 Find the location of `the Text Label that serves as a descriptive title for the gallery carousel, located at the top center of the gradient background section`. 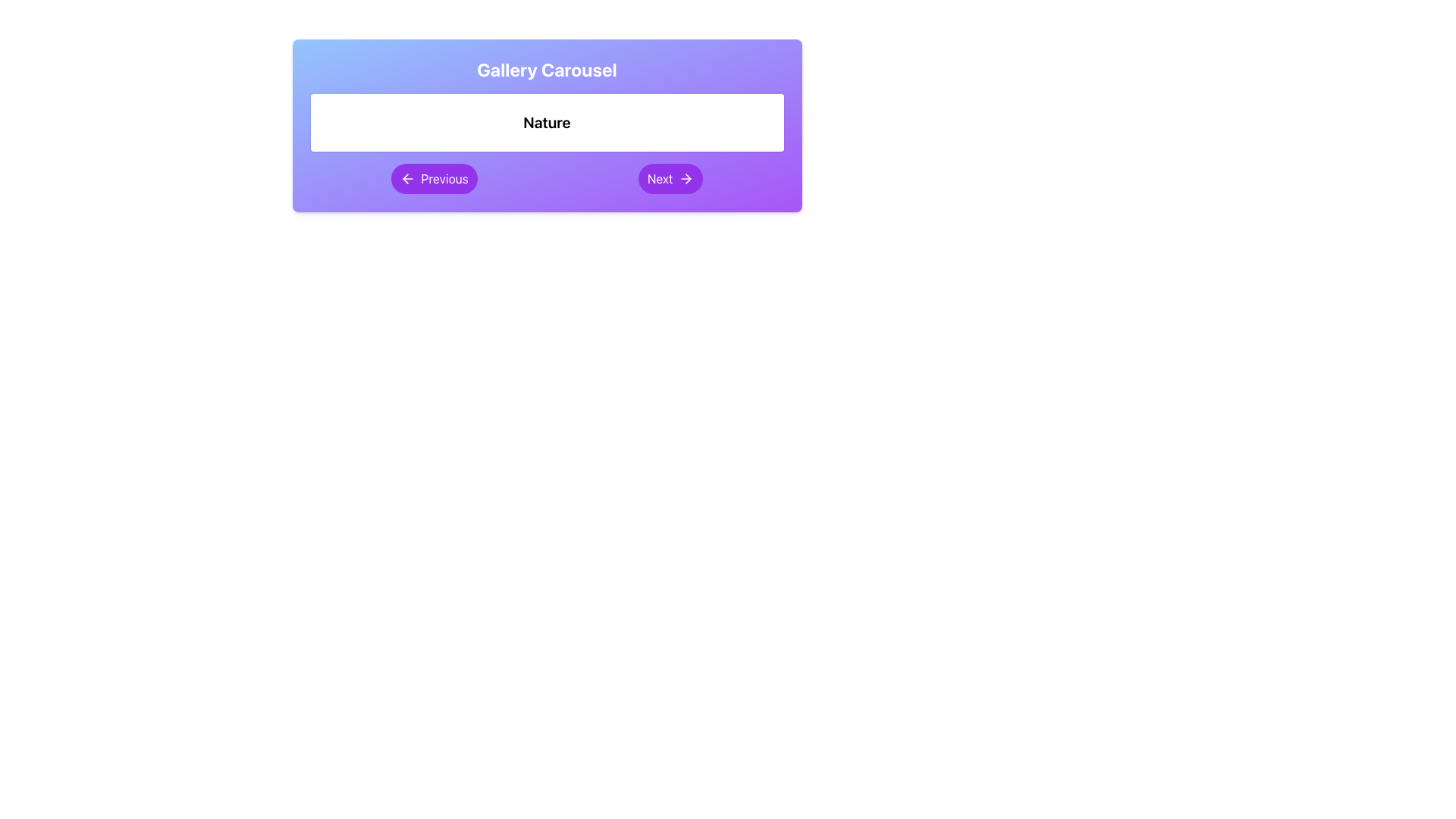

the Text Label that serves as a descriptive title for the gallery carousel, located at the top center of the gradient background section is located at coordinates (546, 70).